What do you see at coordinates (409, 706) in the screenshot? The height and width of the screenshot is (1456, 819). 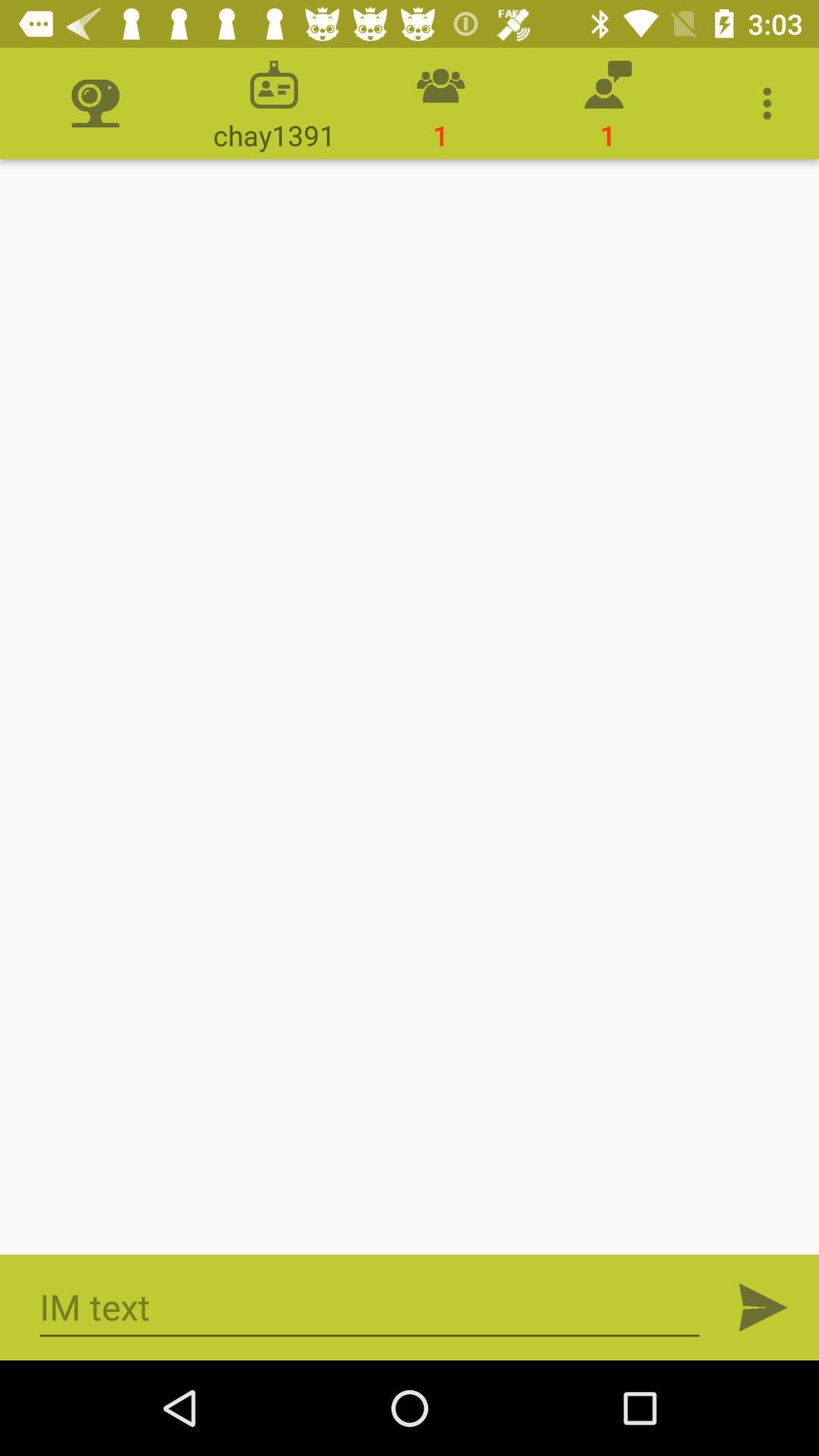 I see `data` at bounding box center [409, 706].